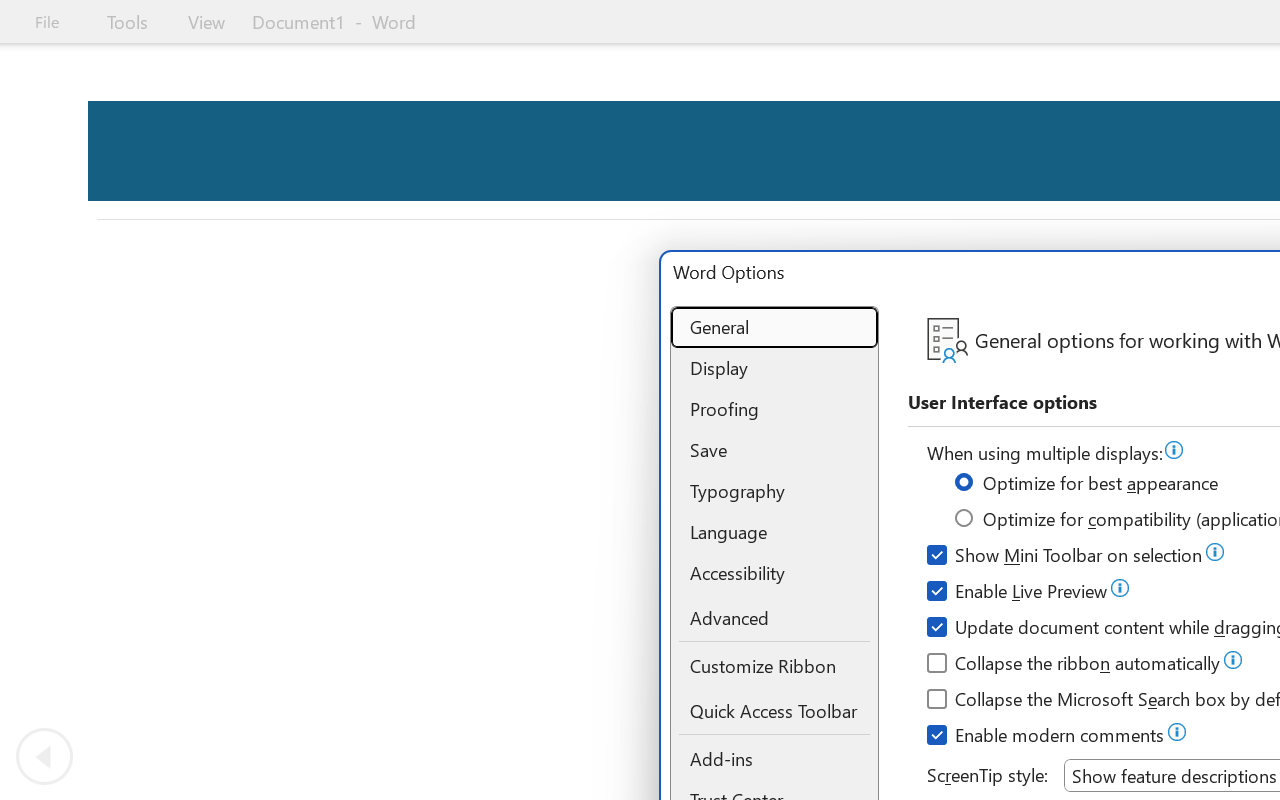  Describe the element at coordinates (1074, 665) in the screenshot. I see `'Collapse the ribbon automatically'` at that location.